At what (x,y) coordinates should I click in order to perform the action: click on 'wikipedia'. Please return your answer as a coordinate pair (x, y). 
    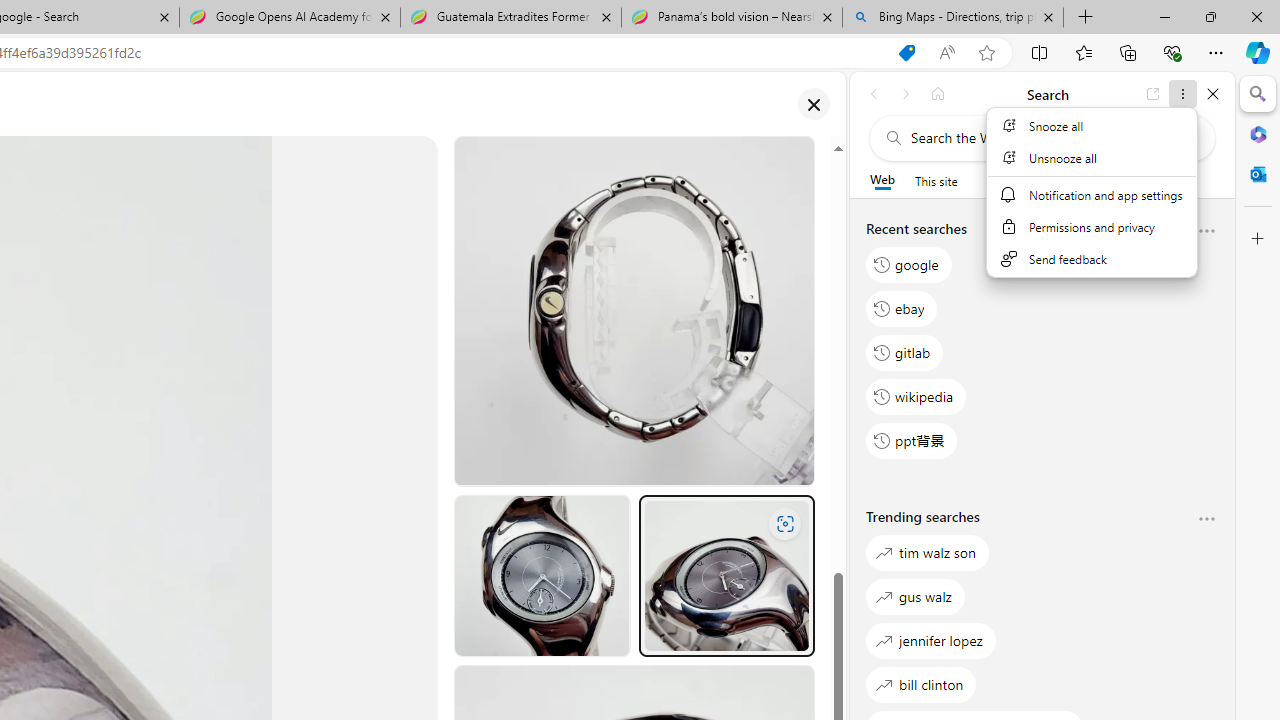
    Looking at the image, I should click on (915, 396).